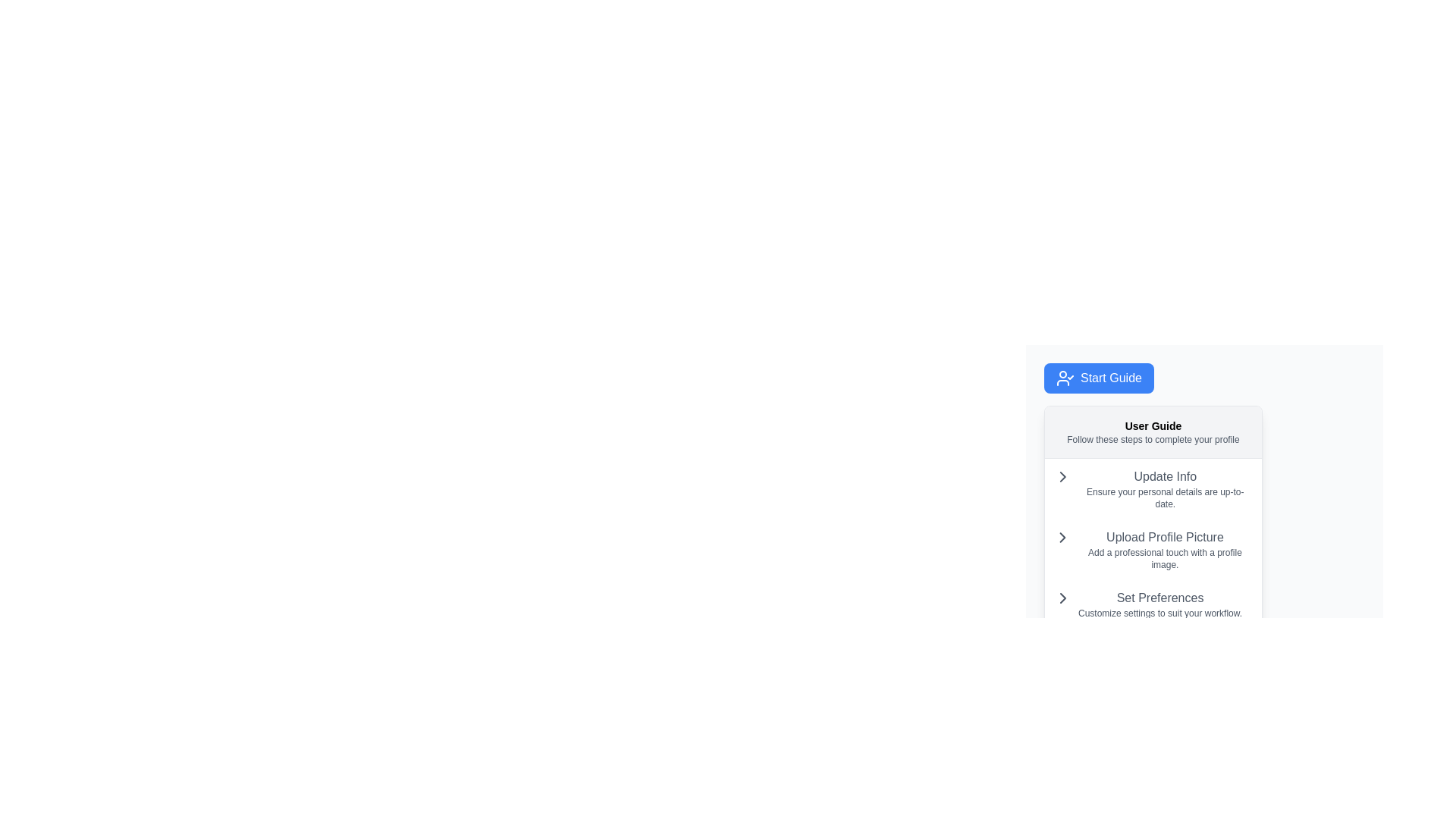  I want to click on supplementary information provided by the text label located directly below the 'Upload Profile Picture' in the 'User Guide' section, so click(1164, 558).